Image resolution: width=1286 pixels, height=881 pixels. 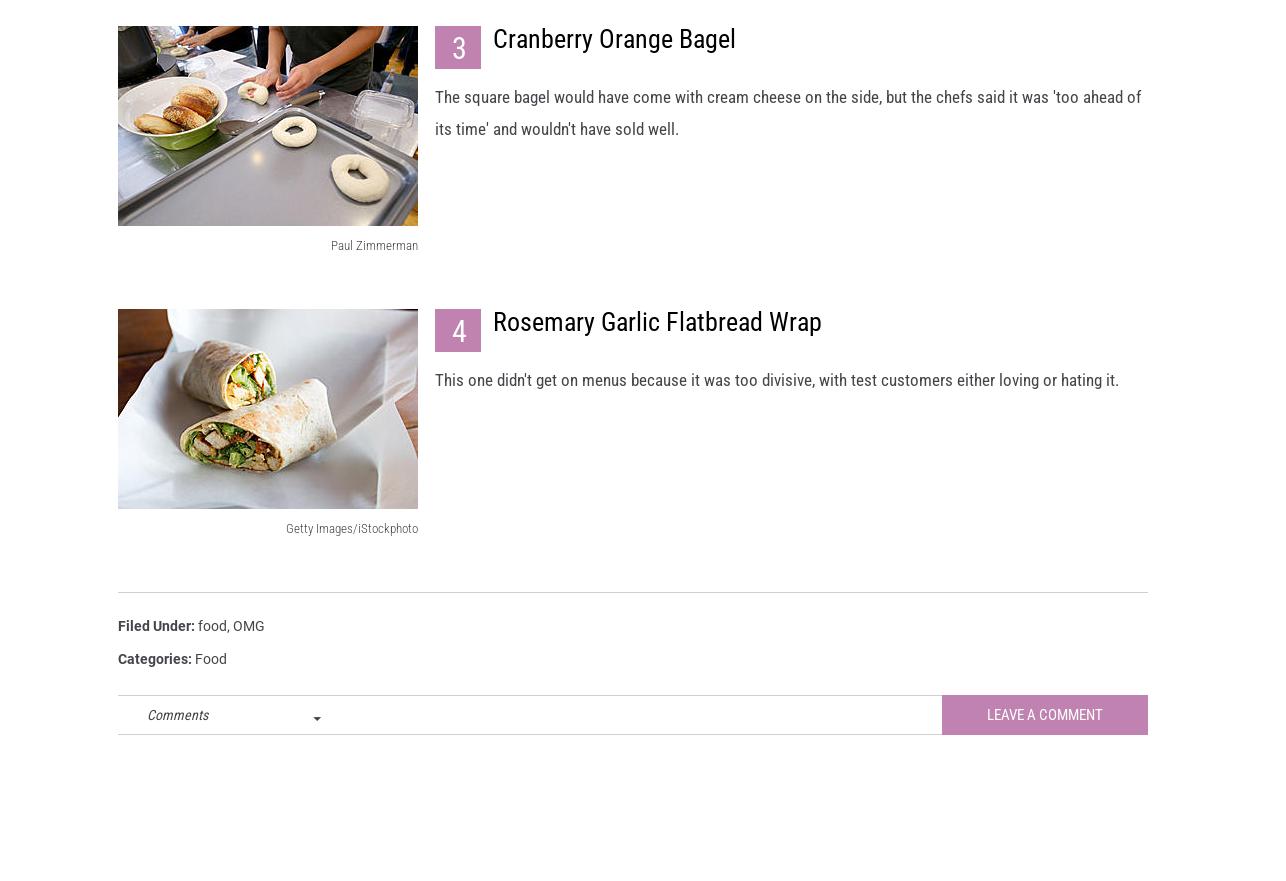 What do you see at coordinates (153, 676) in the screenshot?
I see `'Categories'` at bounding box center [153, 676].